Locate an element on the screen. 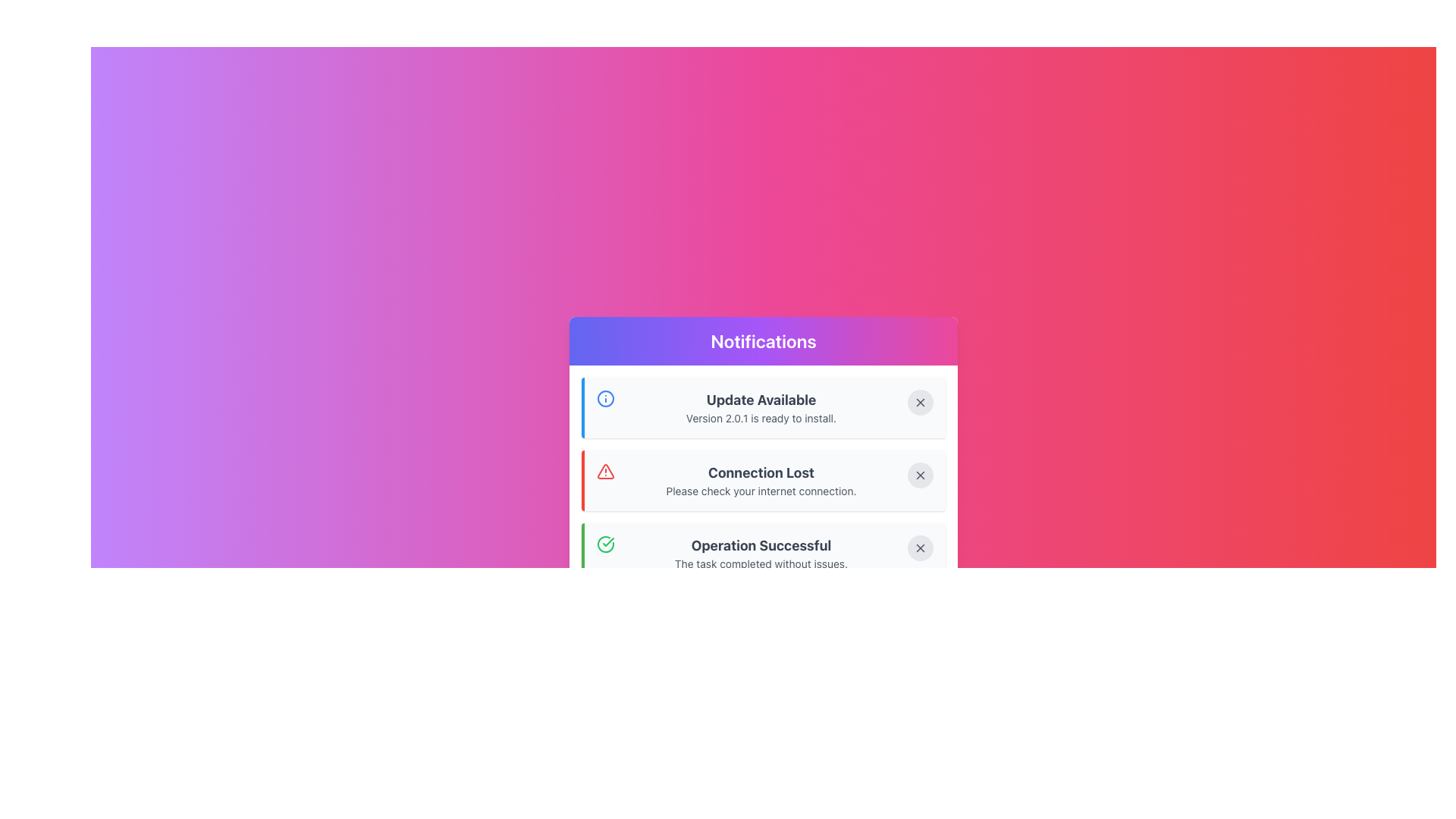  static text label displaying 'Please check your internet connection.' which is located beneath the 'Connection Lost' header in the notification card is located at coordinates (761, 491).